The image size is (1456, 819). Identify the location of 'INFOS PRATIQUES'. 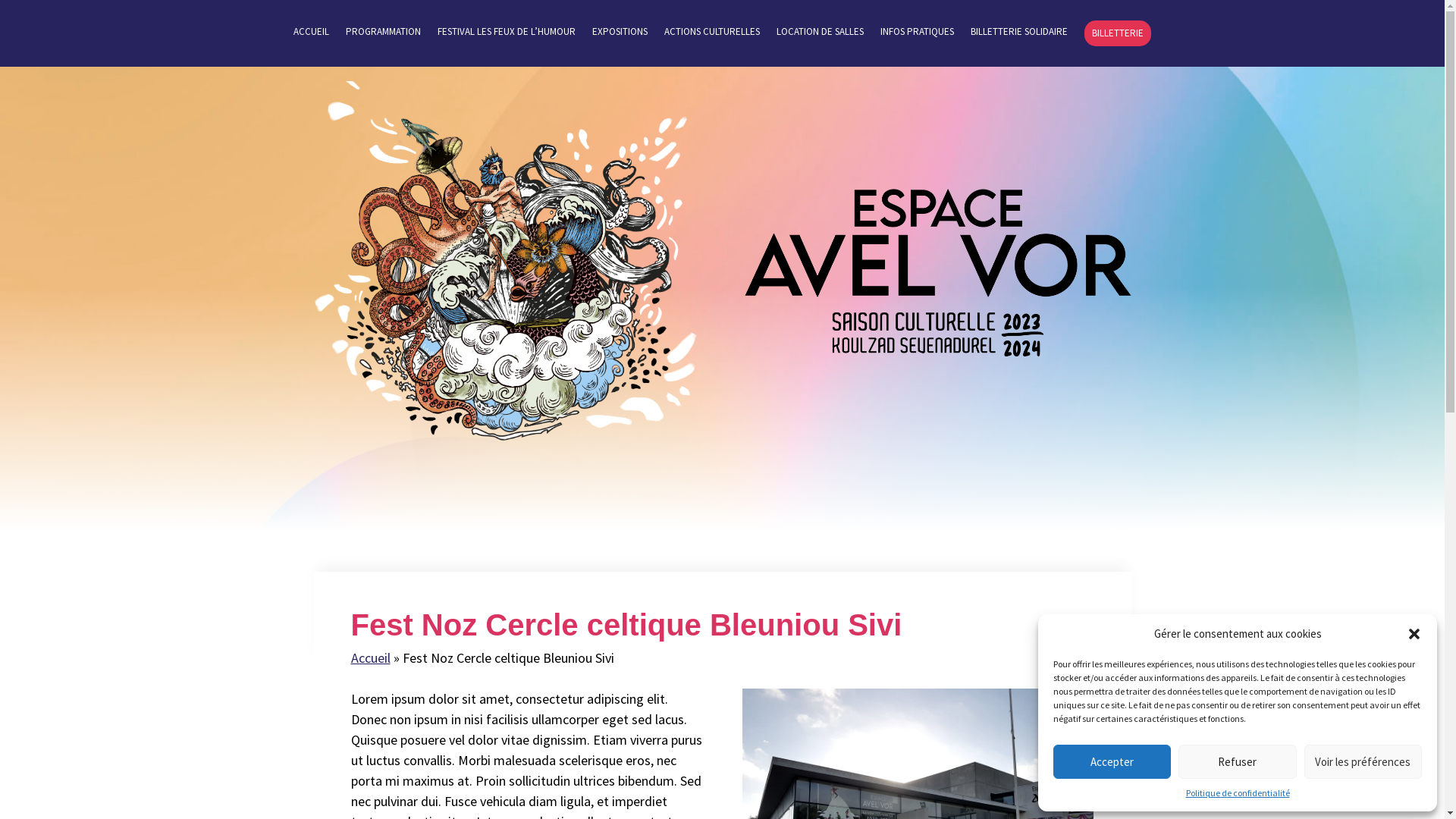
(880, 35).